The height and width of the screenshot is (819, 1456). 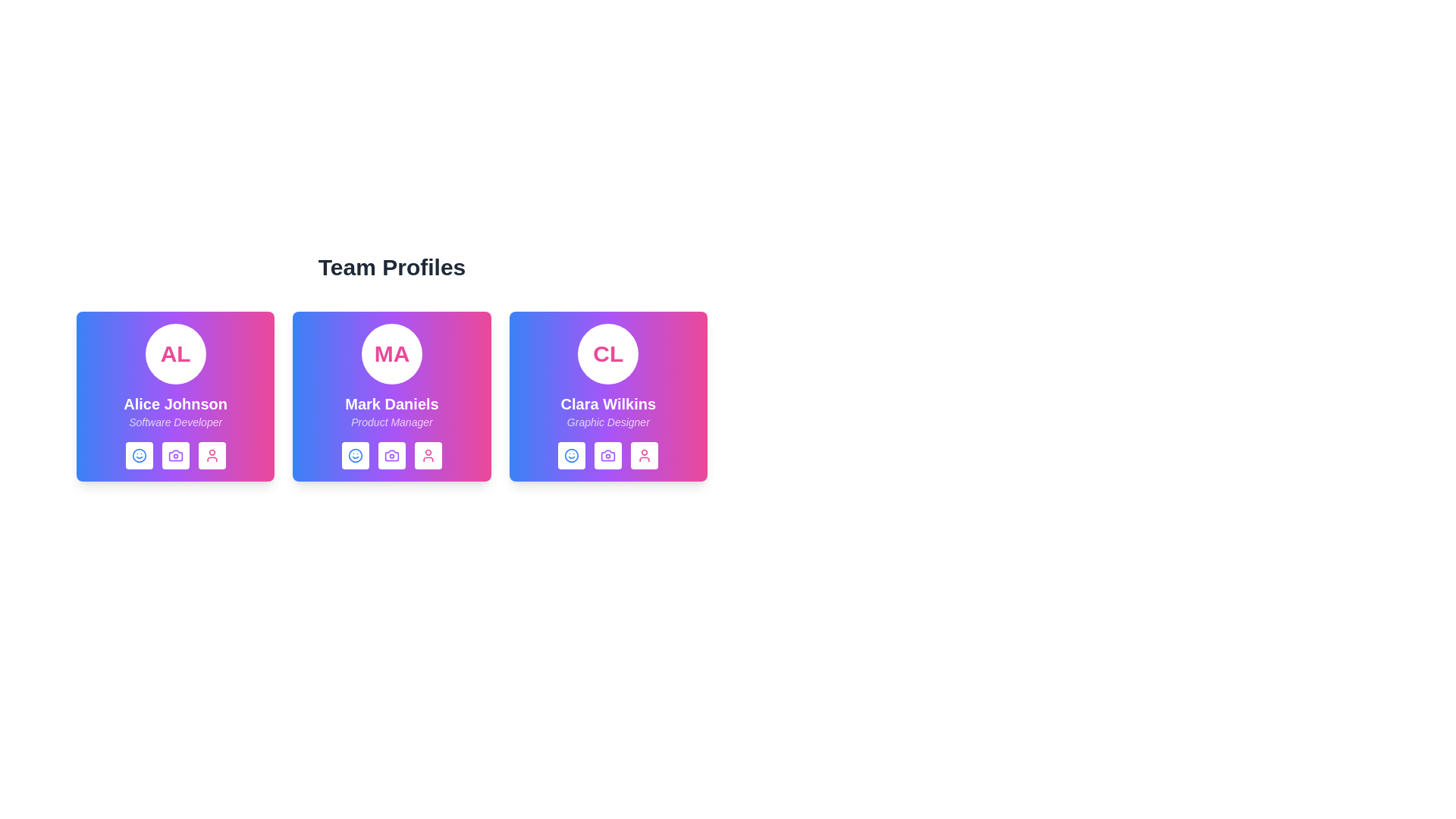 I want to click on the Profile placeholder displaying the initials 'AJ' for team member Alice Johnson, located in the top portion of the gradient card in the 'Team Profiles' section, so click(x=175, y=353).